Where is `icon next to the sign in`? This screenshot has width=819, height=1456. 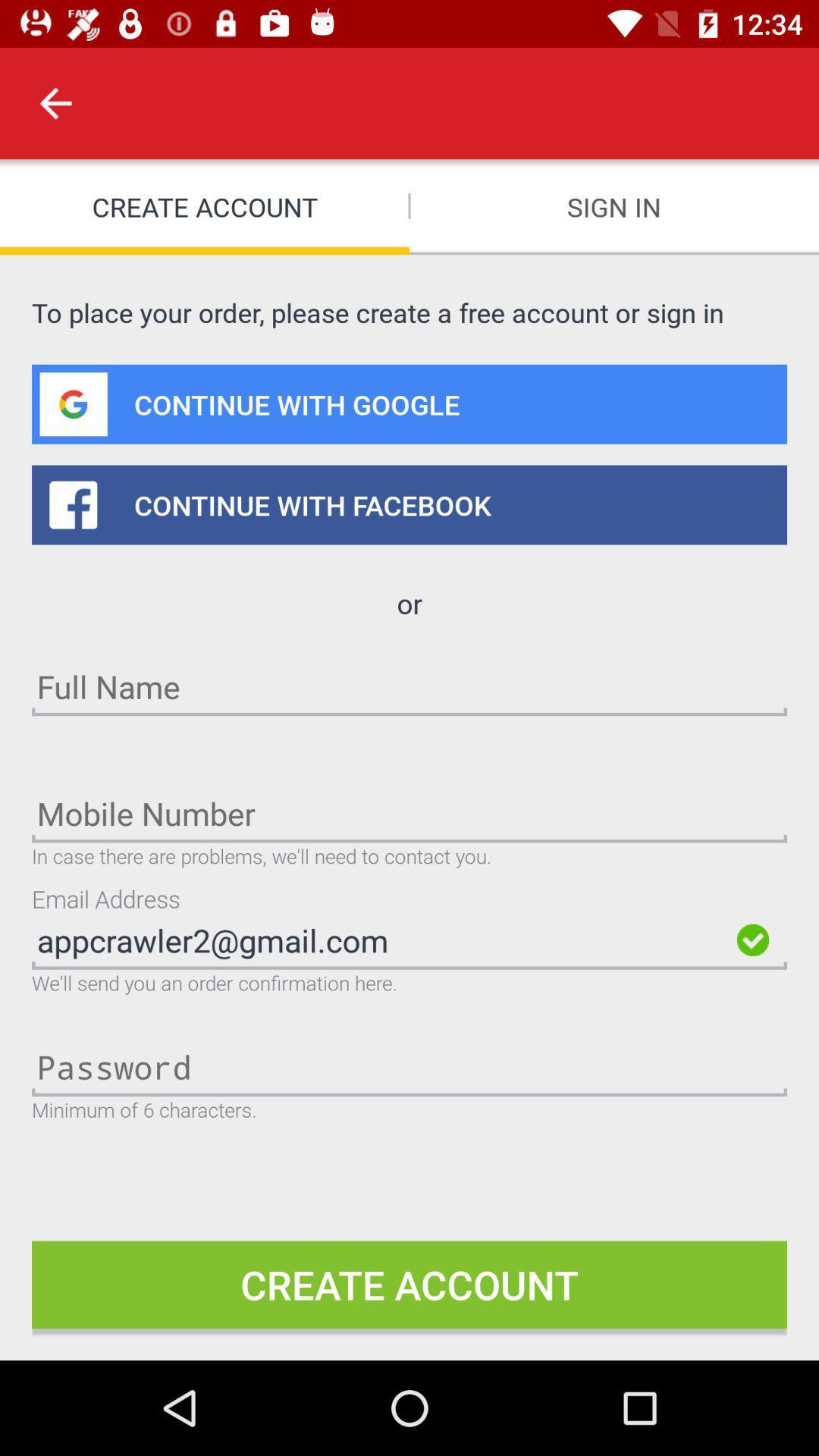 icon next to the sign in is located at coordinates (55, 102).